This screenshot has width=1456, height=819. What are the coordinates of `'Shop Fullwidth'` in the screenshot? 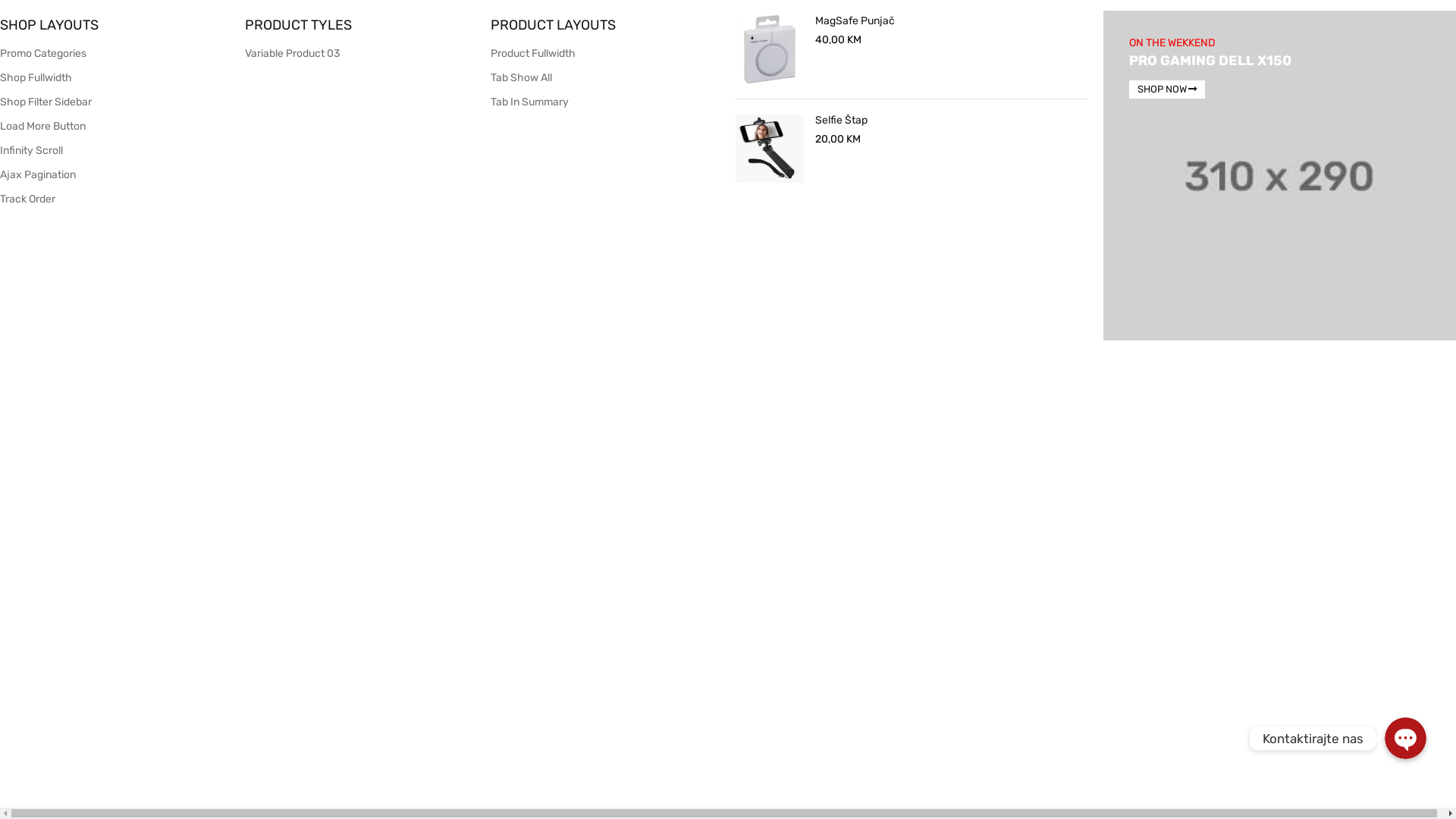 It's located at (0, 77).